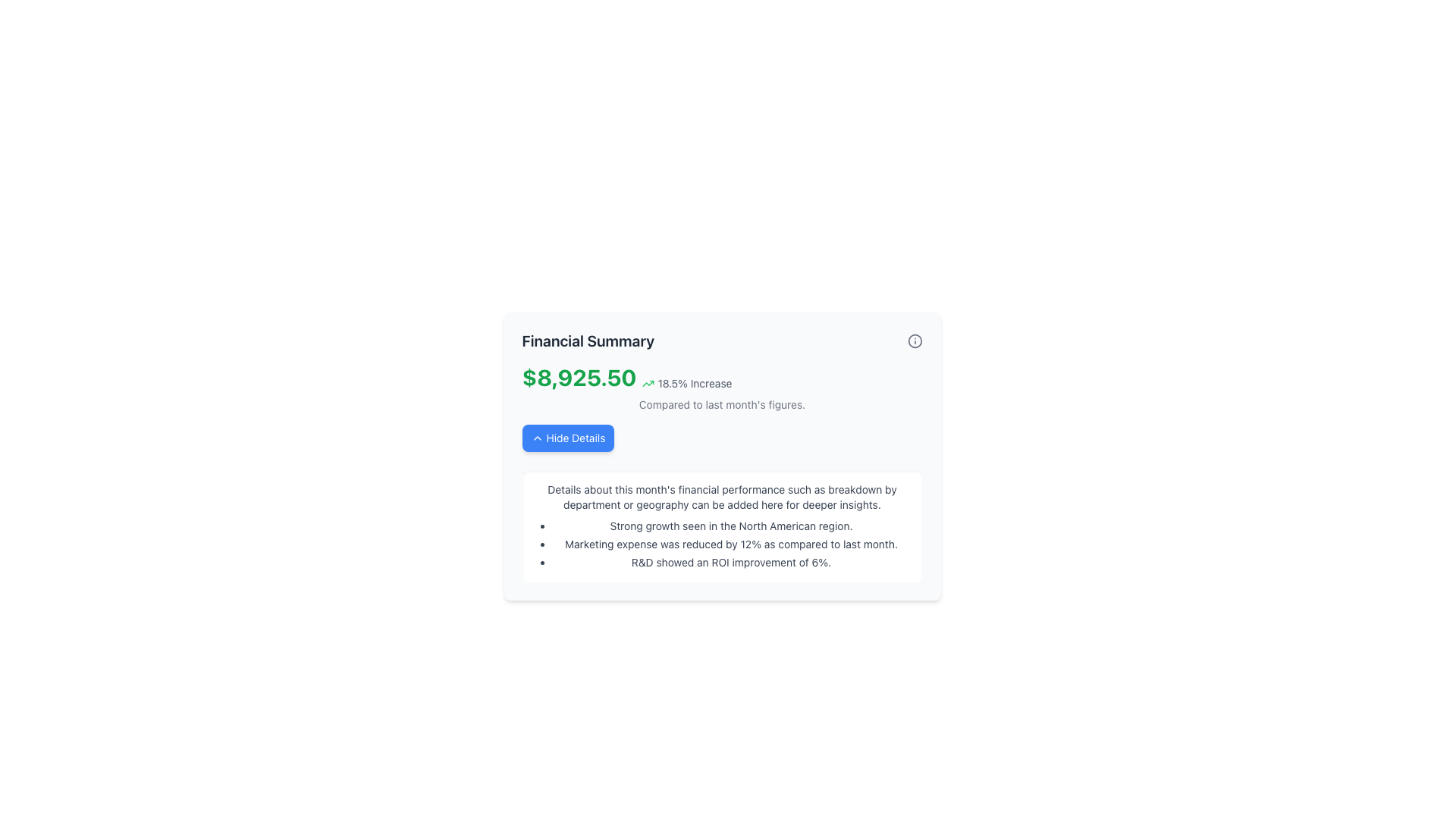 The height and width of the screenshot is (819, 1456). I want to click on informational text about the reduction in marketing expenses located in the second bullet point of the list under 'Financial Summary', so click(731, 543).